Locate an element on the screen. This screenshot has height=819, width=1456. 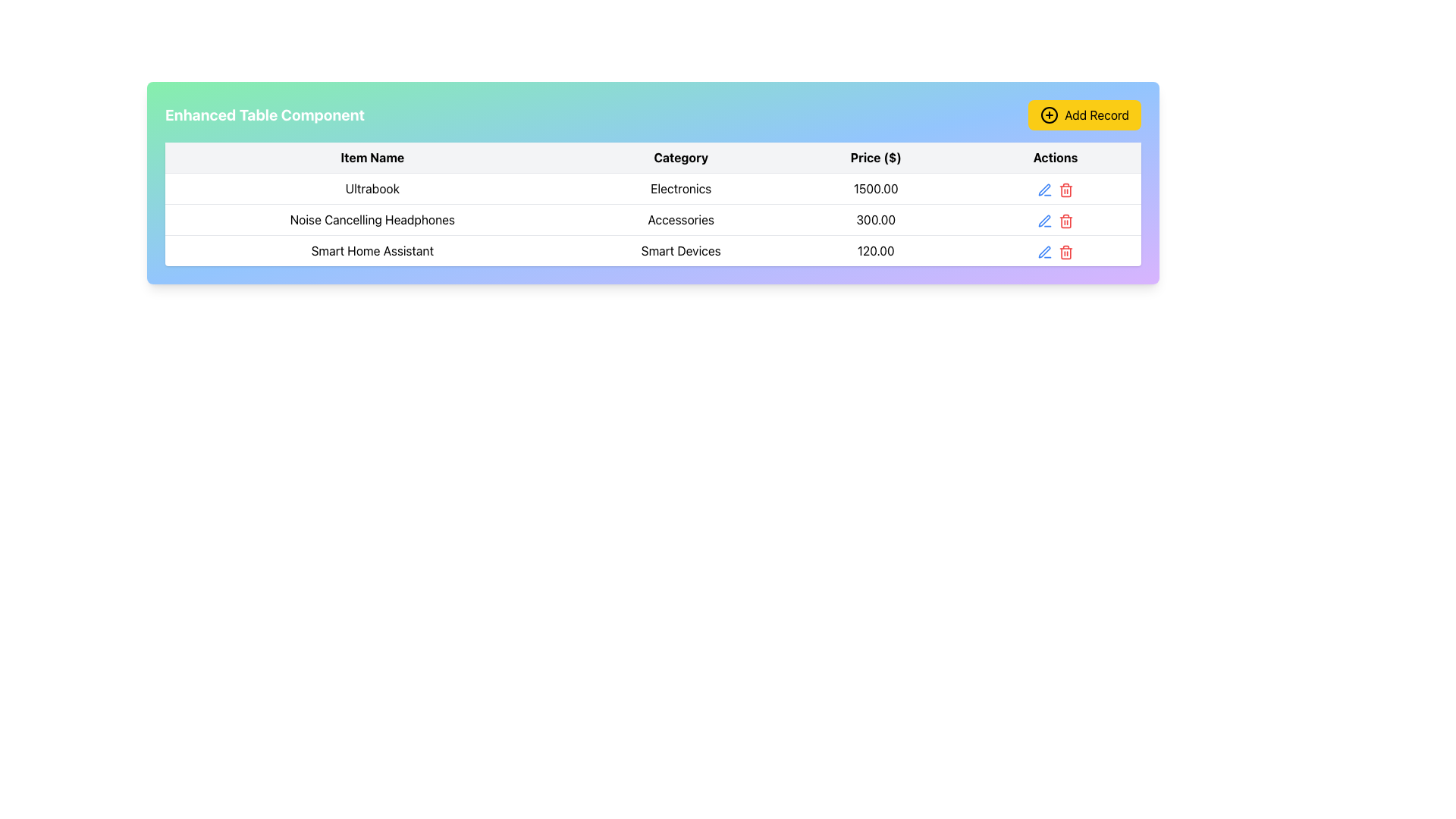
the edit icon button located in the top-right segment of the first row in the 'Actions' column is located at coordinates (1043, 188).